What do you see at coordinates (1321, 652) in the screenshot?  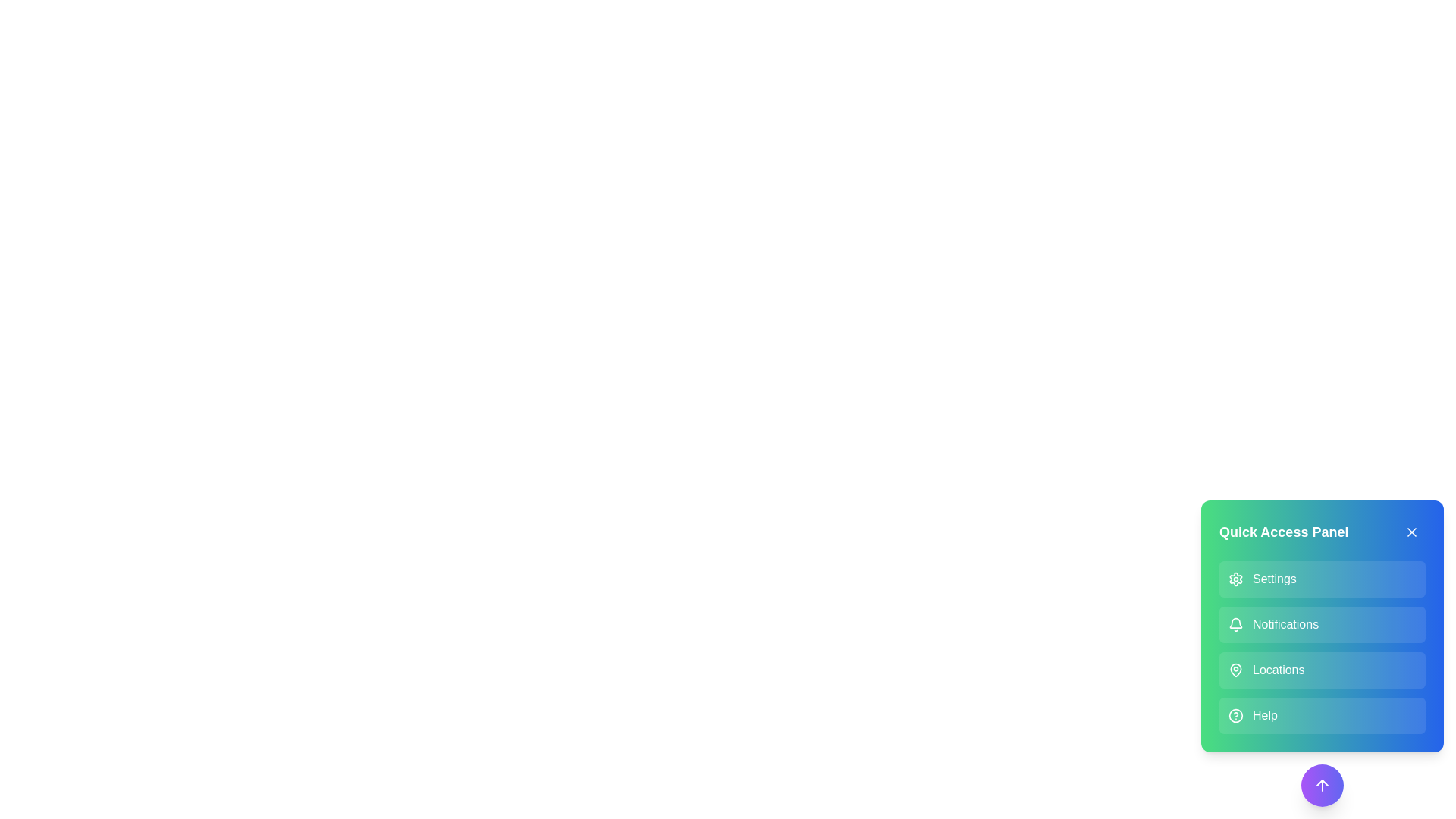 I see `the third button in the vertical alignment located on the bottom-right side of the interface` at bounding box center [1321, 652].